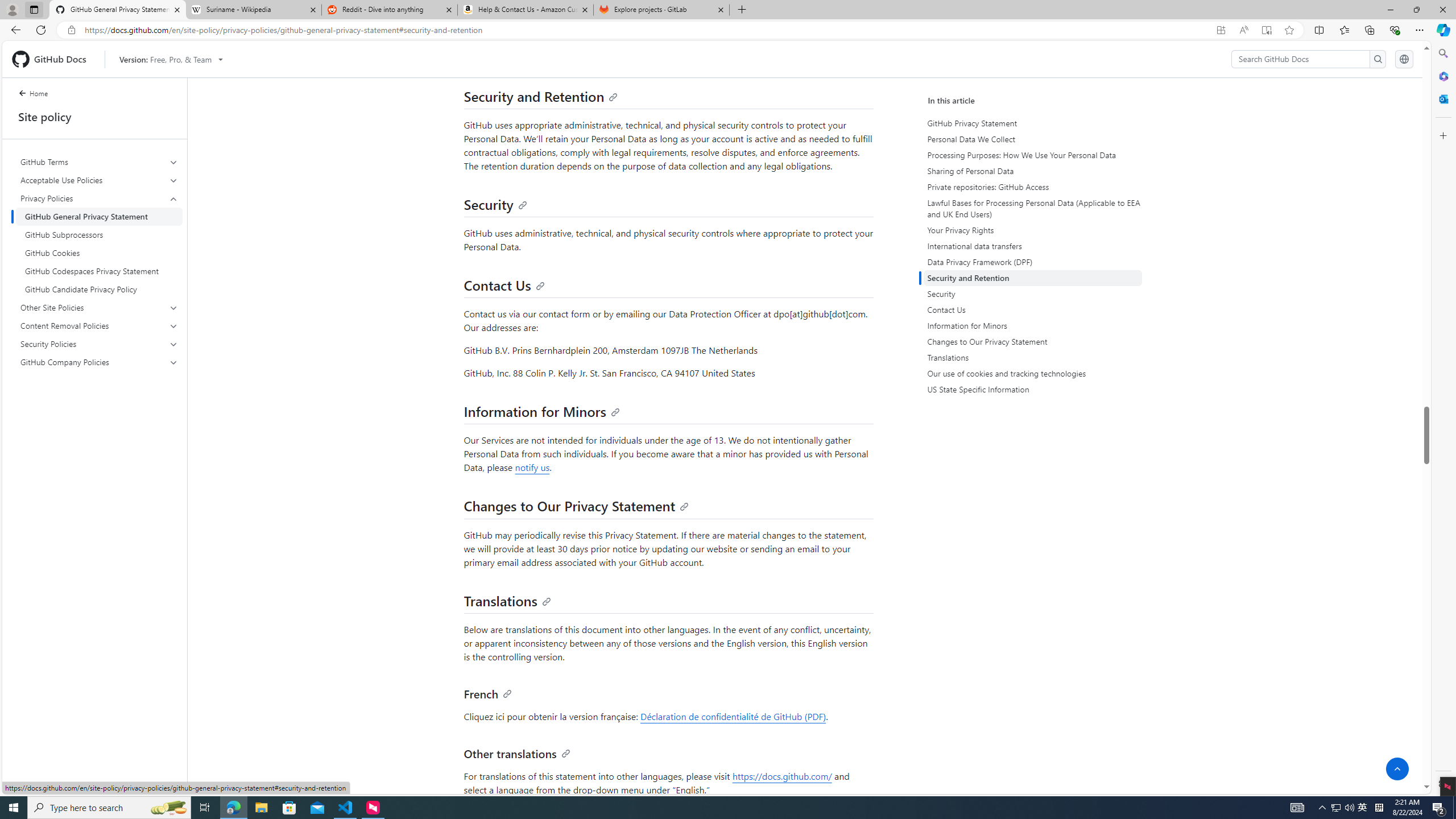  I want to click on 'GitHub Subprocessors', so click(99, 235).